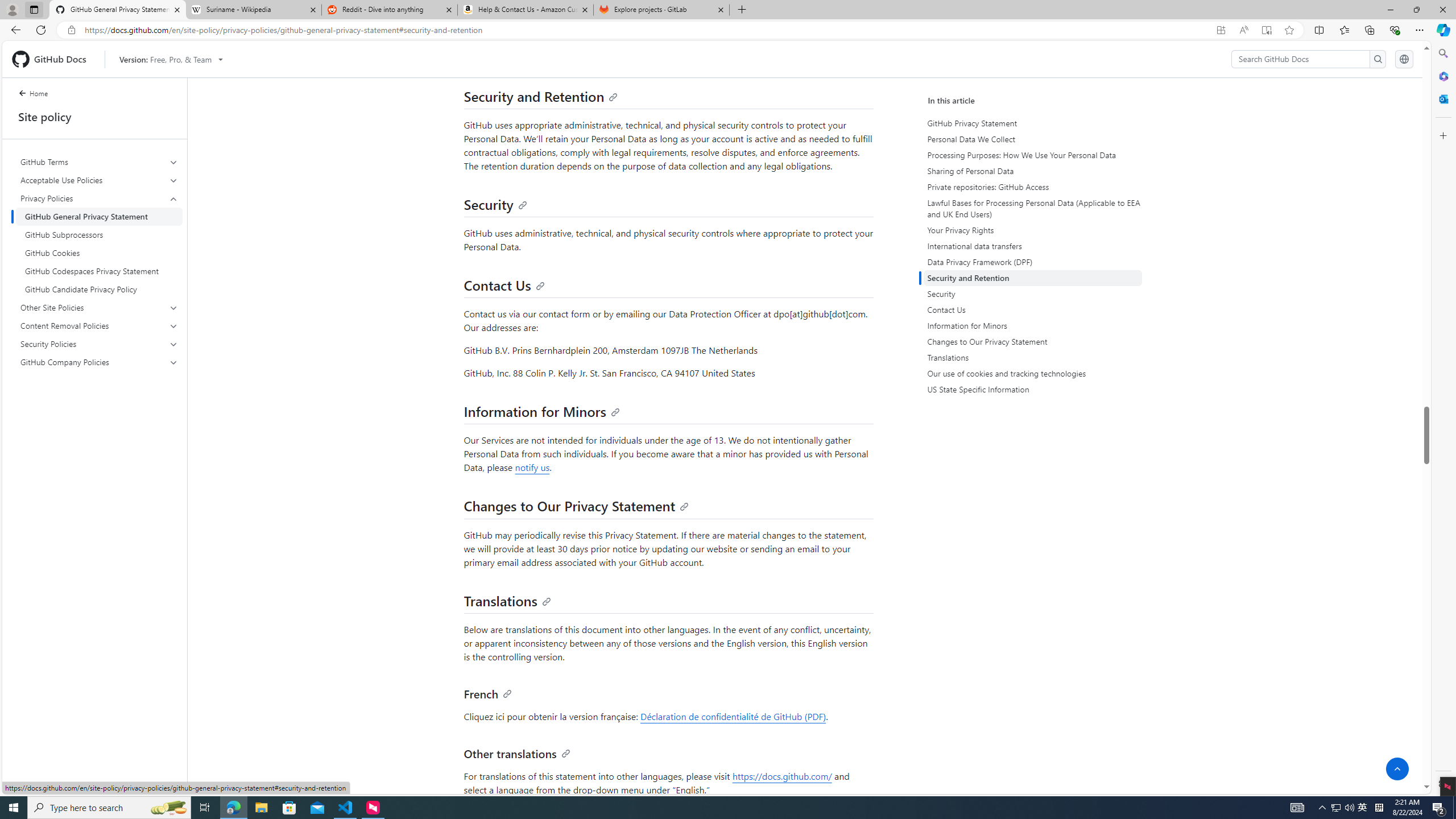  I want to click on 'GitHub Subprocessors', so click(99, 235).